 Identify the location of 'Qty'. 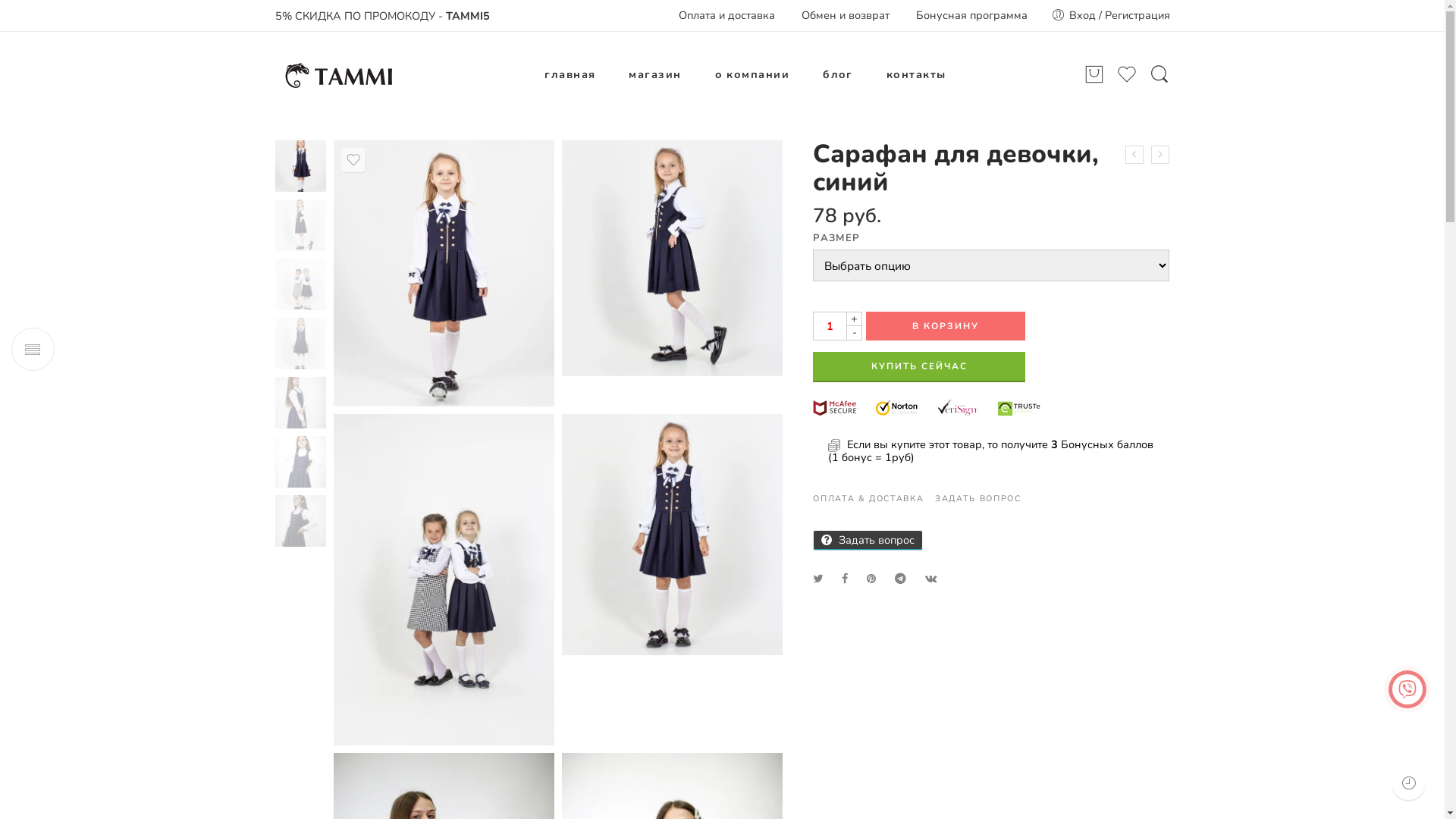
(829, 325).